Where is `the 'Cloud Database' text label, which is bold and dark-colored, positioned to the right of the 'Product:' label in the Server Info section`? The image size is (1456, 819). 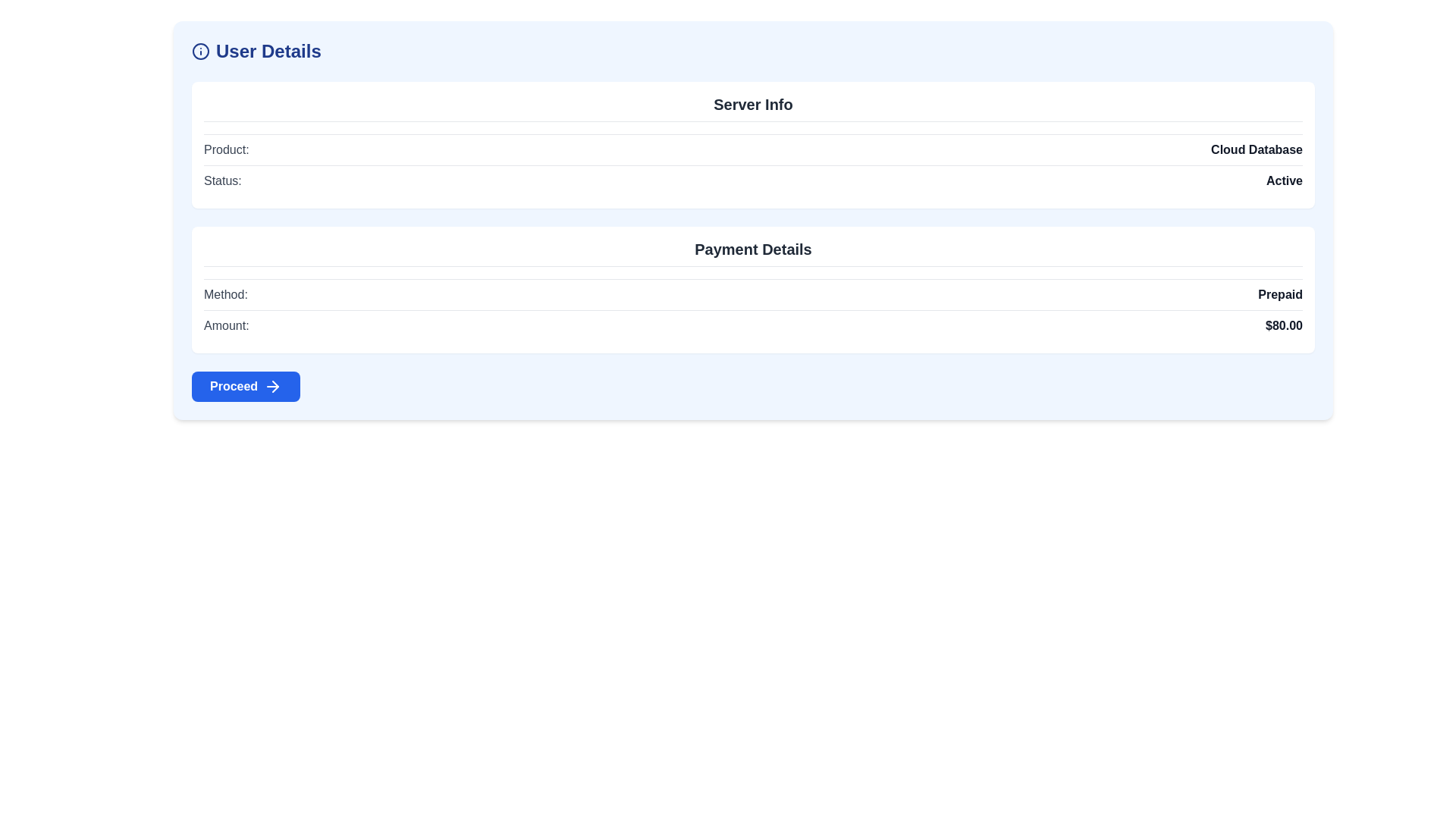
the 'Cloud Database' text label, which is bold and dark-colored, positioned to the right of the 'Product:' label in the Server Info section is located at coordinates (1257, 149).